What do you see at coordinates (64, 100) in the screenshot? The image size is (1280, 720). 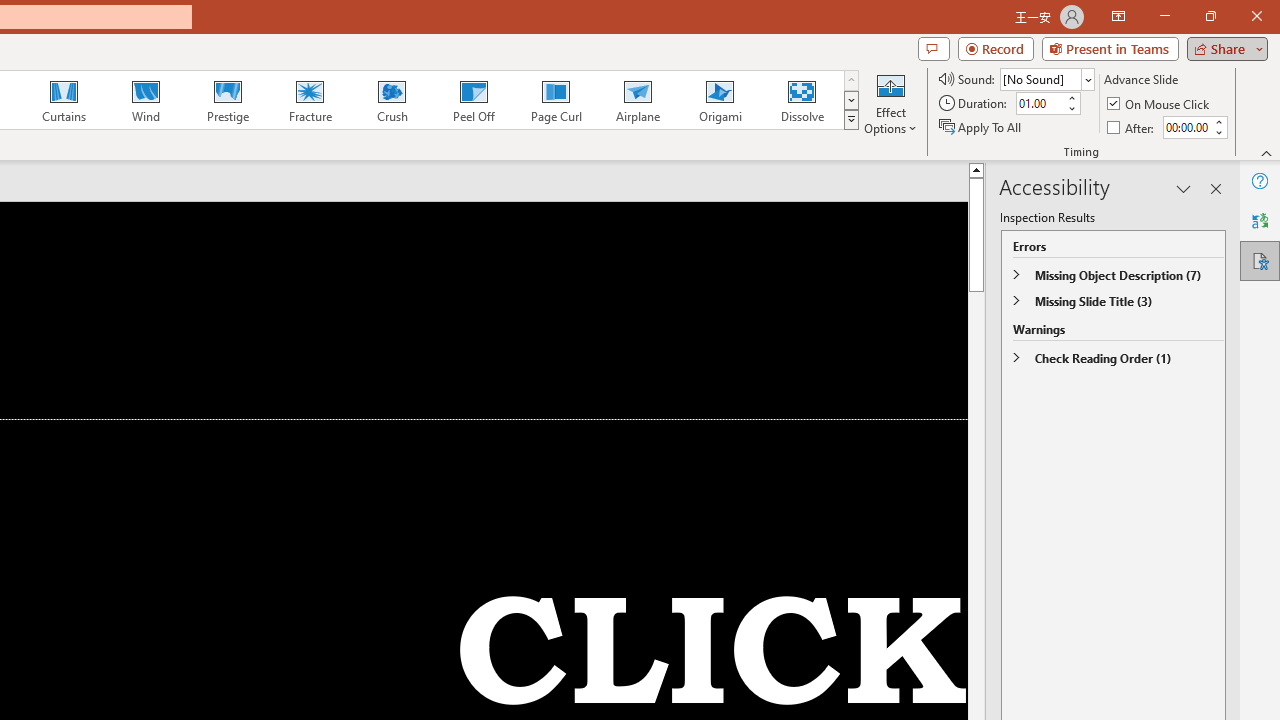 I see `'Curtains'` at bounding box center [64, 100].